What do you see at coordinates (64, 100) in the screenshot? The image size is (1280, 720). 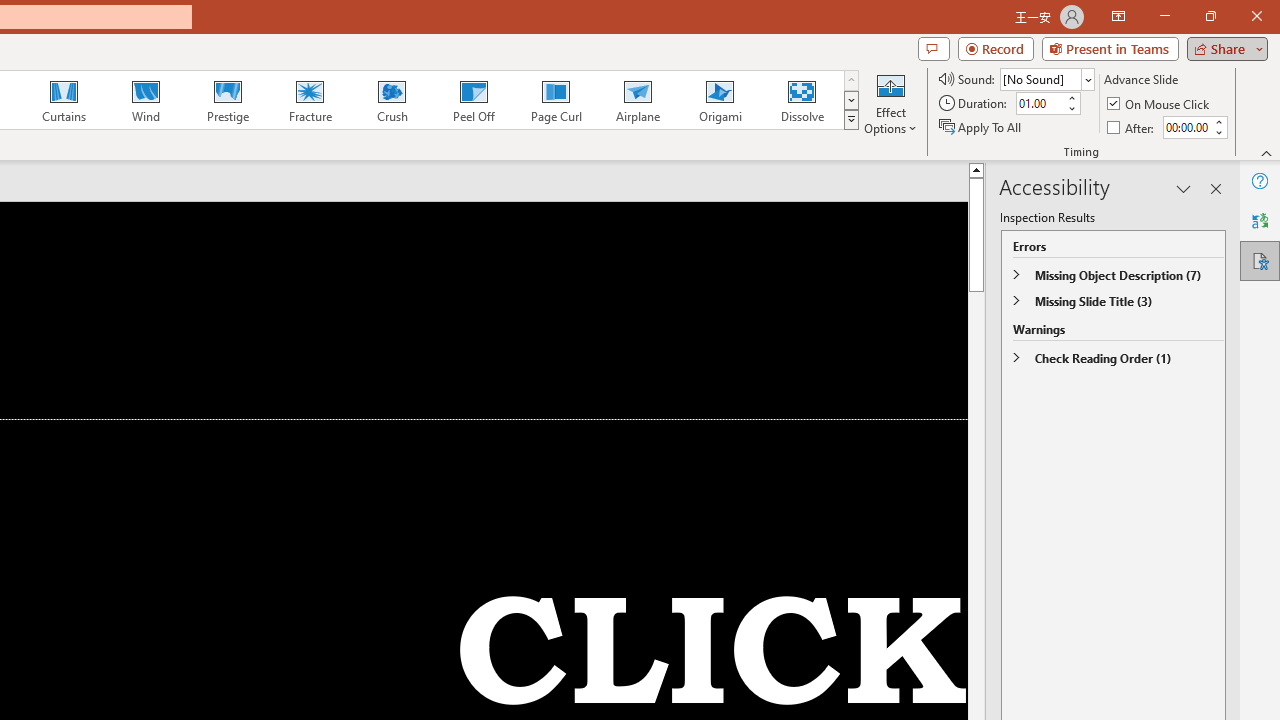 I see `'Curtains'` at bounding box center [64, 100].